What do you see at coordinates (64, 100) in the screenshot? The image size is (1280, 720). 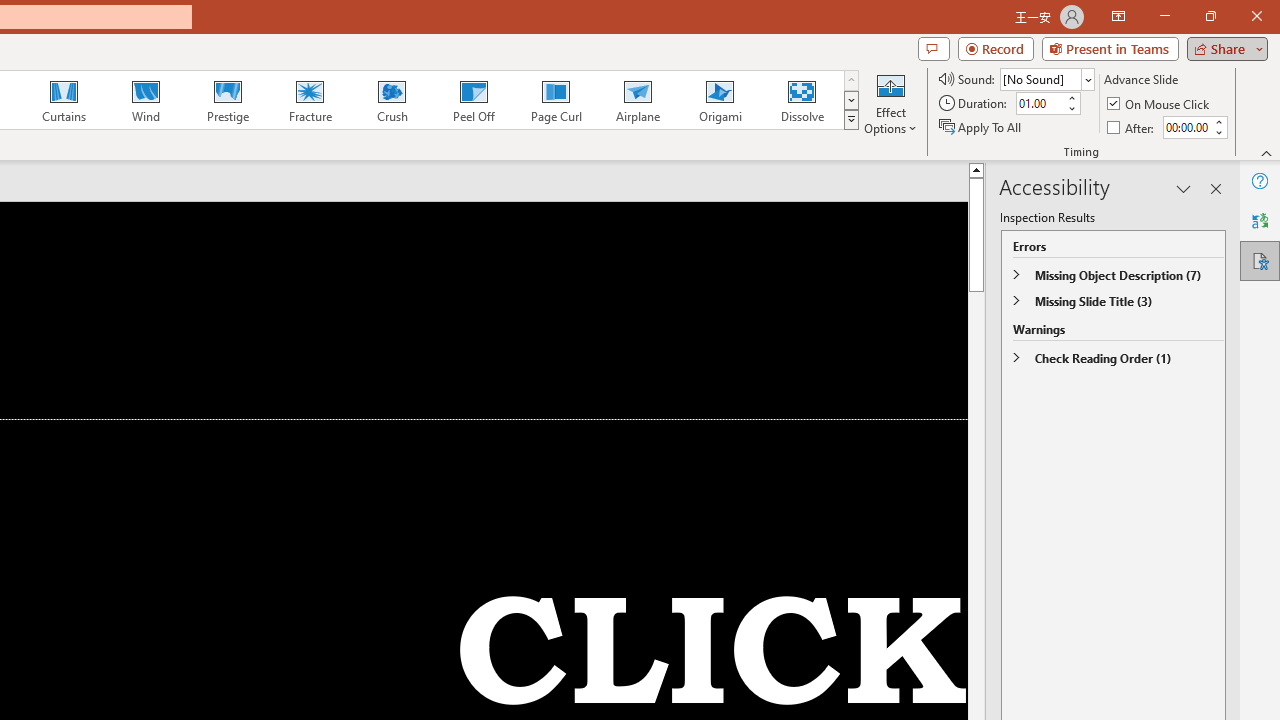 I see `'Curtains'` at bounding box center [64, 100].